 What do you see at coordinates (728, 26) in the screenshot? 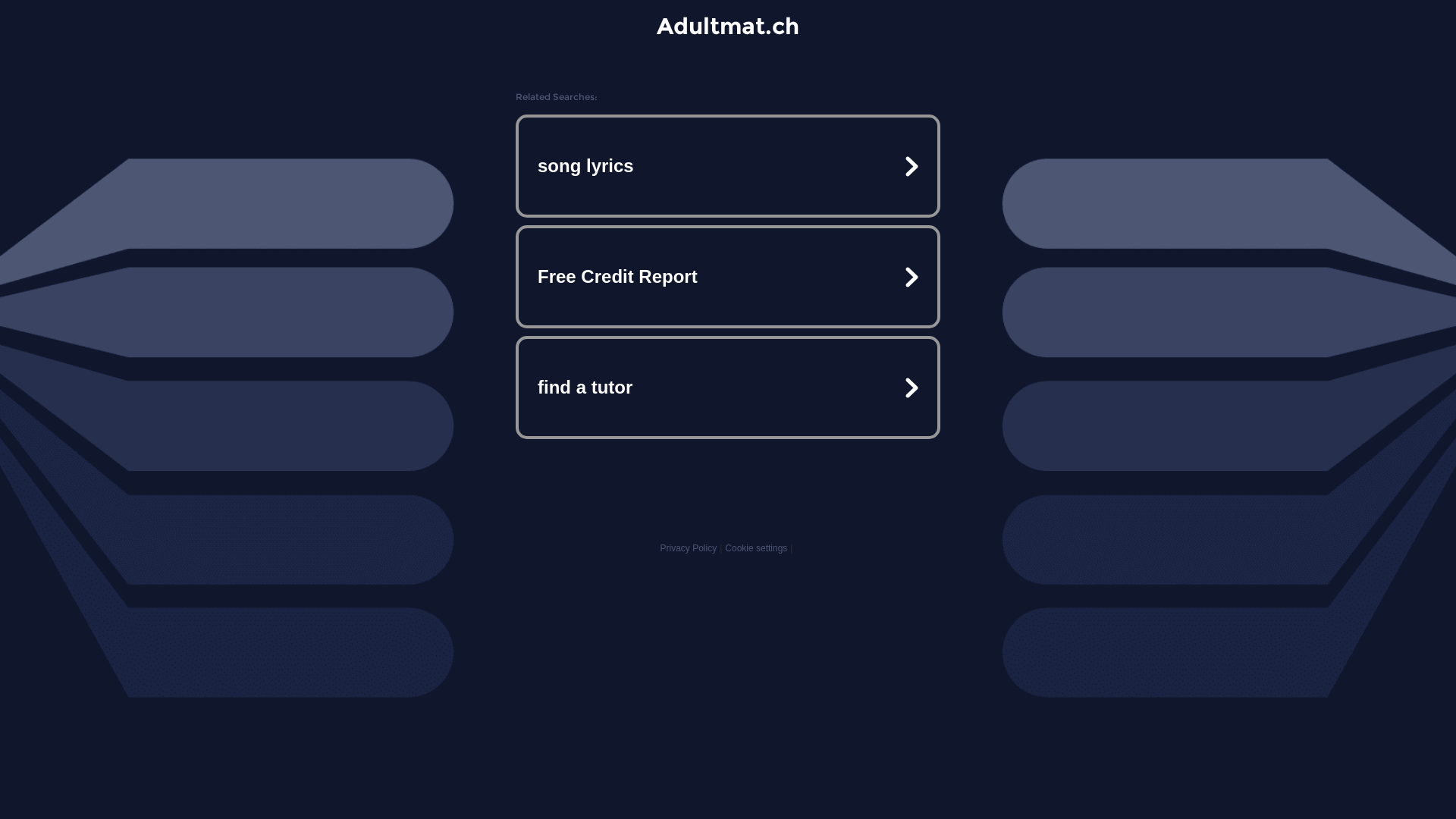
I see `'Adultmat.ch'` at bounding box center [728, 26].